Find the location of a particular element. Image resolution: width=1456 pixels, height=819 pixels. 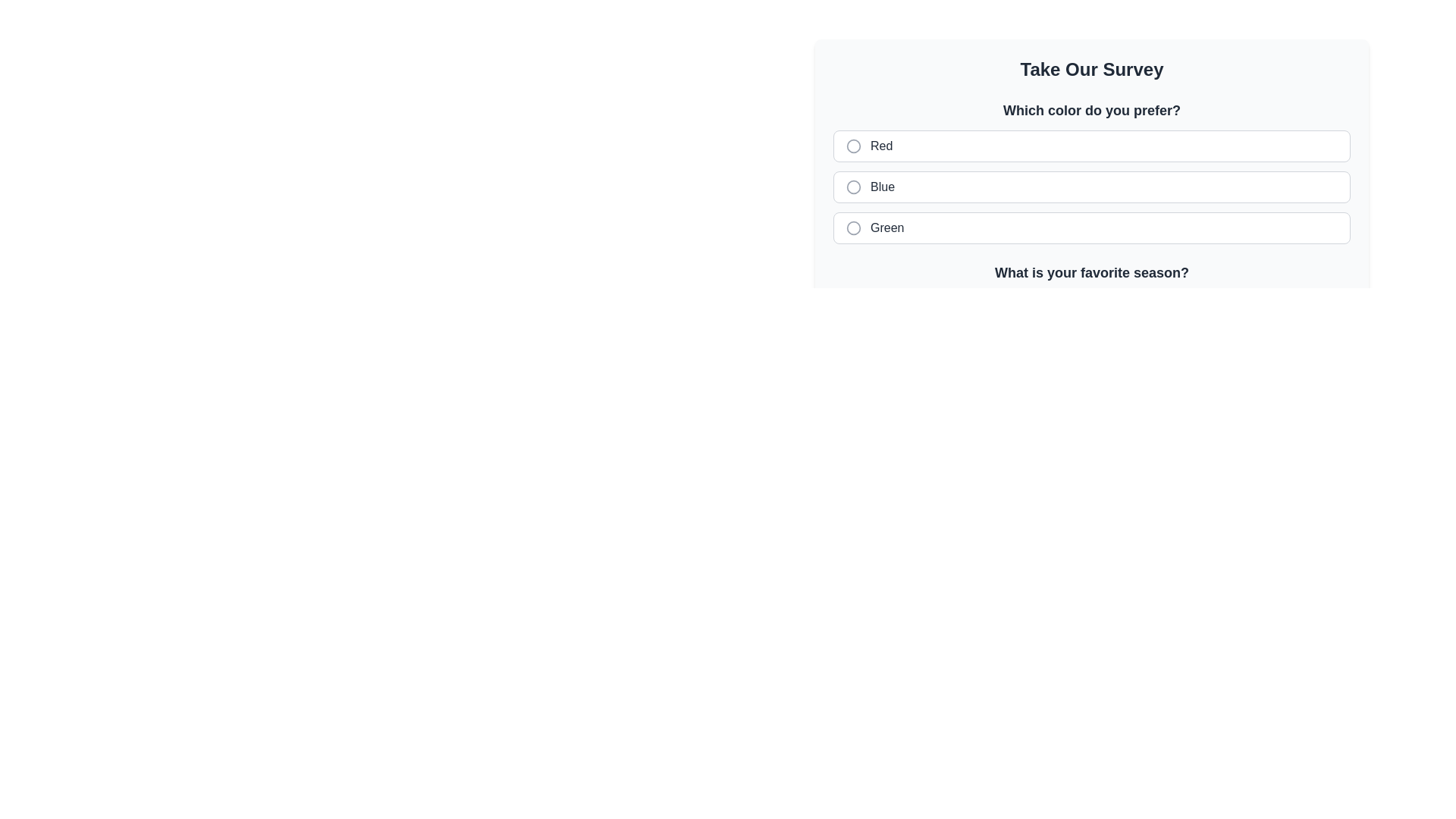

the radio button option for 'Blue' located in the middle of the three options under the question 'Which color do you prefer?' and above the 'Green' option is located at coordinates (1092, 186).